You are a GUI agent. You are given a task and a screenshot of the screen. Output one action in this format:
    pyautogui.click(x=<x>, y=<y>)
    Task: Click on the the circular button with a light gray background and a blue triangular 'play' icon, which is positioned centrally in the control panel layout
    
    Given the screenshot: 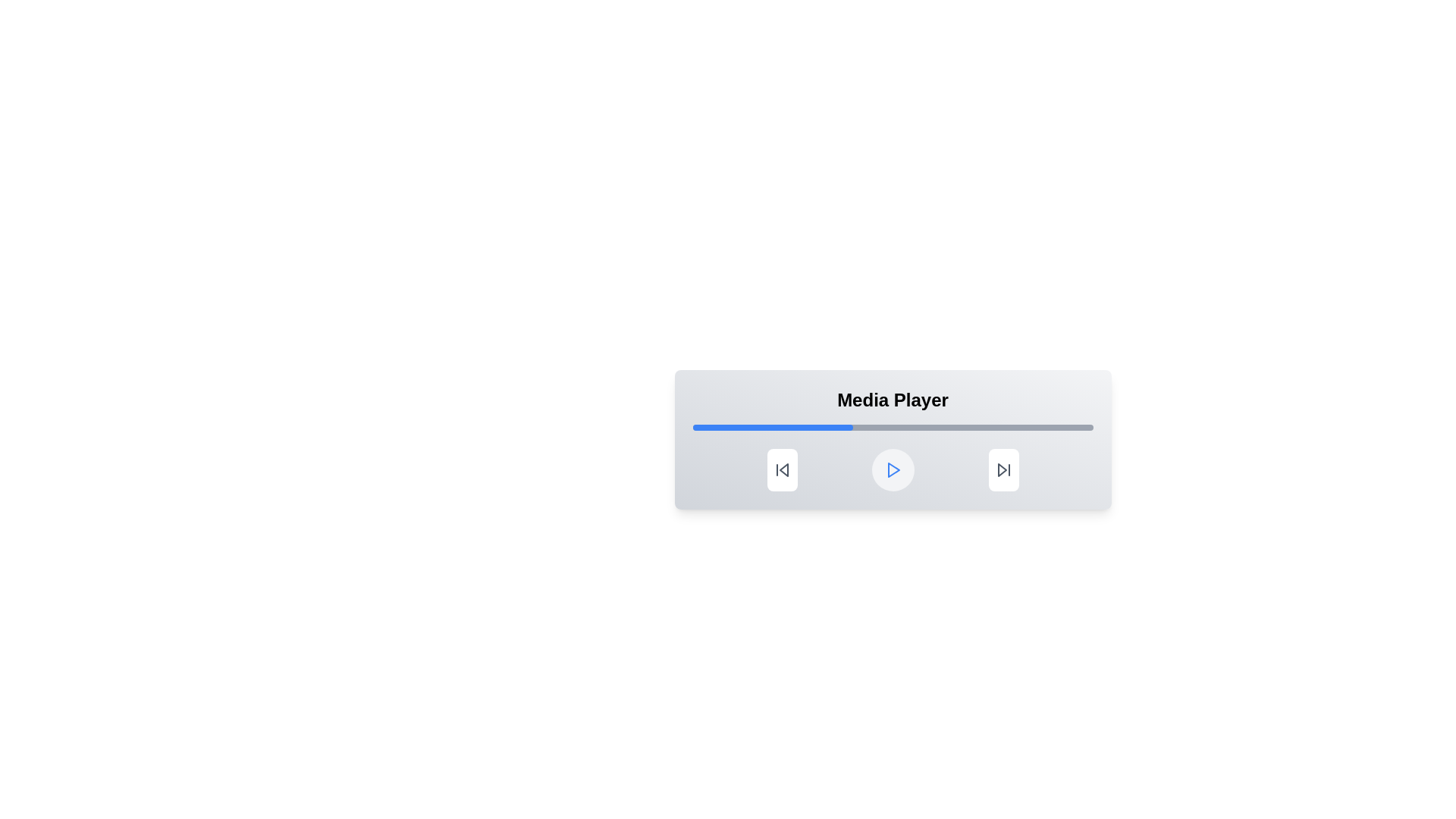 What is the action you would take?
    pyautogui.click(x=893, y=469)
    